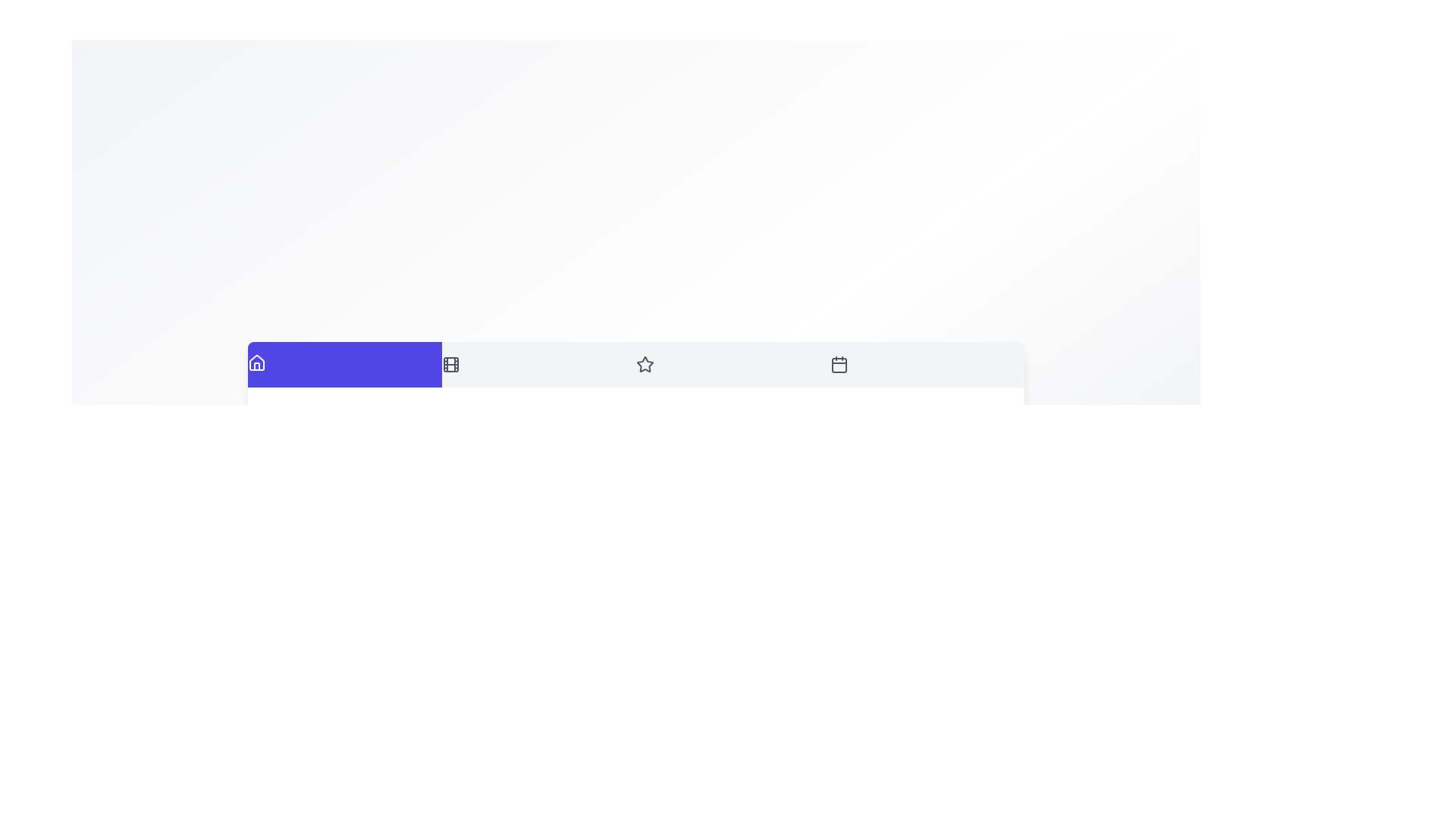 The width and height of the screenshot is (1456, 819). What do you see at coordinates (450, 364) in the screenshot?
I see `the Icon component representing a film or media context, located in the bottom menu bar, second from the left, next to the home and star-shaped icons` at bounding box center [450, 364].